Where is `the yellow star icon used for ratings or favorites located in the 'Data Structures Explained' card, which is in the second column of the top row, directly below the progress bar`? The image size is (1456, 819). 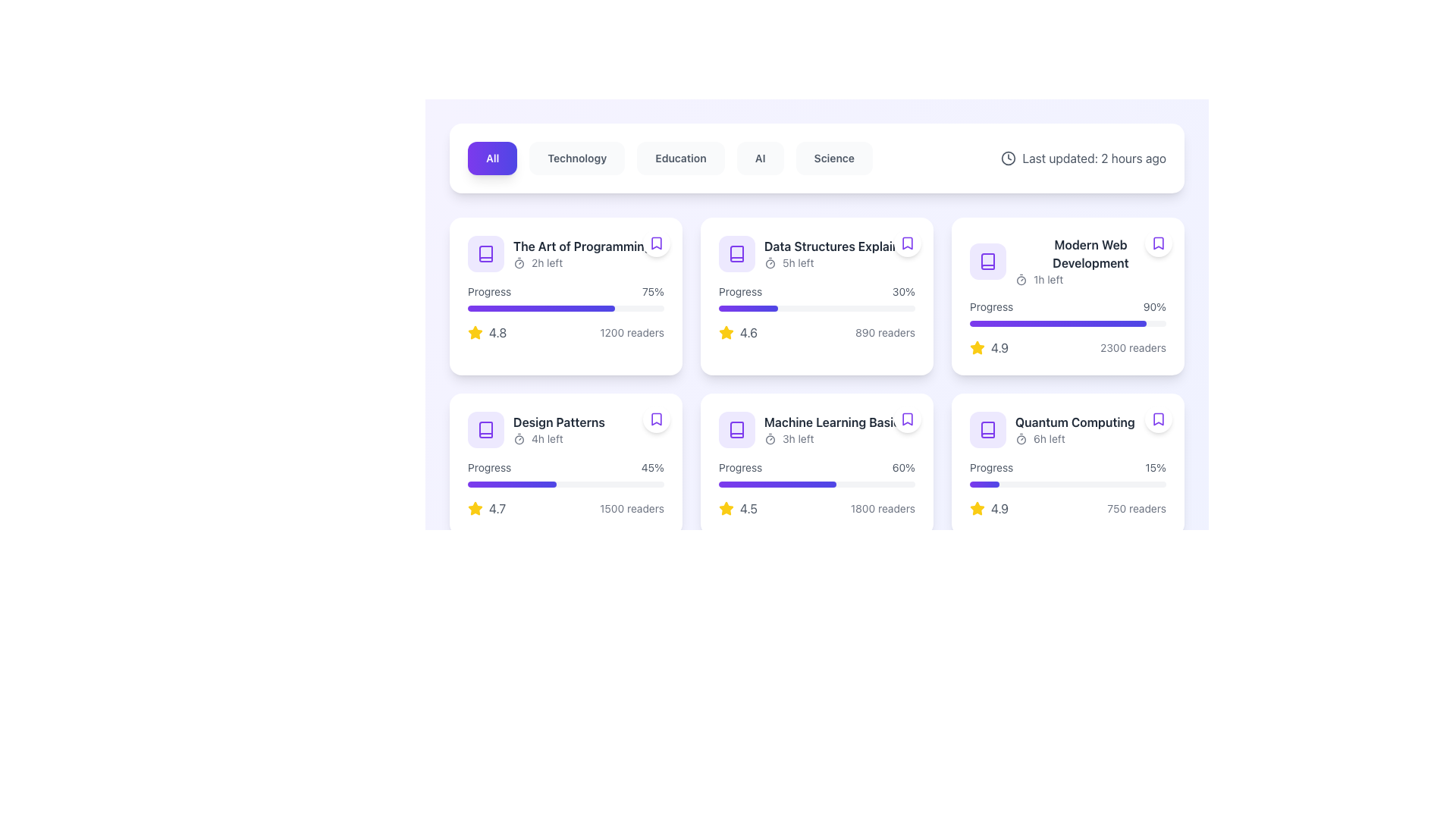
the yellow star icon used for ratings or favorites located in the 'Data Structures Explained' card, which is in the second column of the top row, directly below the progress bar is located at coordinates (726, 331).